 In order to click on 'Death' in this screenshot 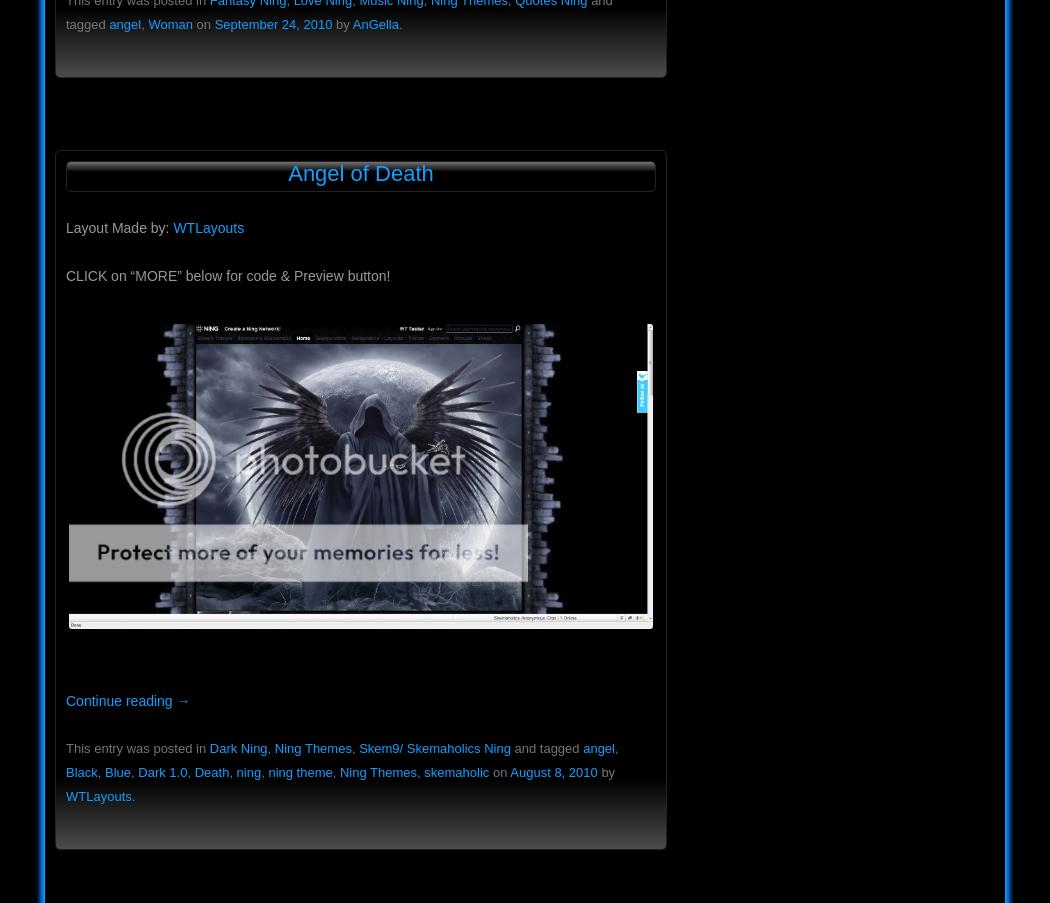, I will do `click(210, 772)`.